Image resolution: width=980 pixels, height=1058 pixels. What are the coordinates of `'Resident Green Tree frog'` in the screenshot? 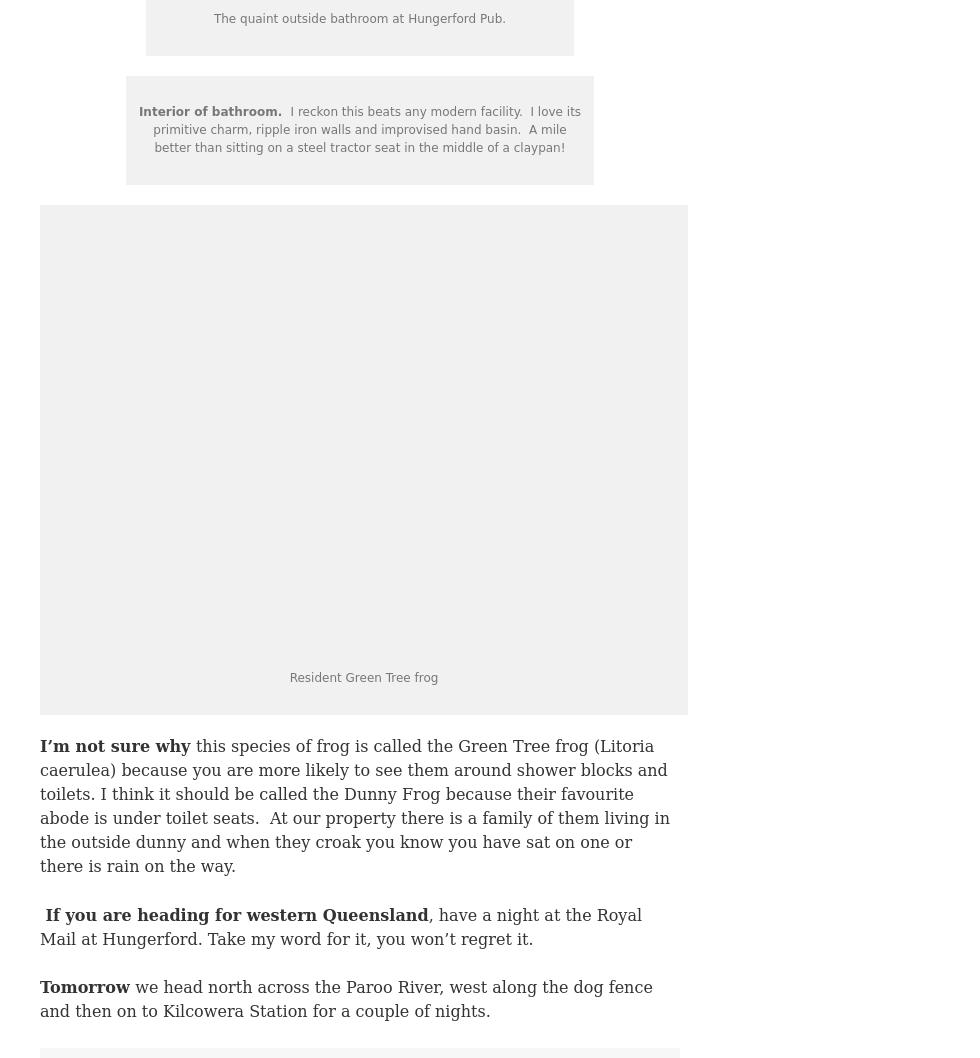 It's located at (363, 676).